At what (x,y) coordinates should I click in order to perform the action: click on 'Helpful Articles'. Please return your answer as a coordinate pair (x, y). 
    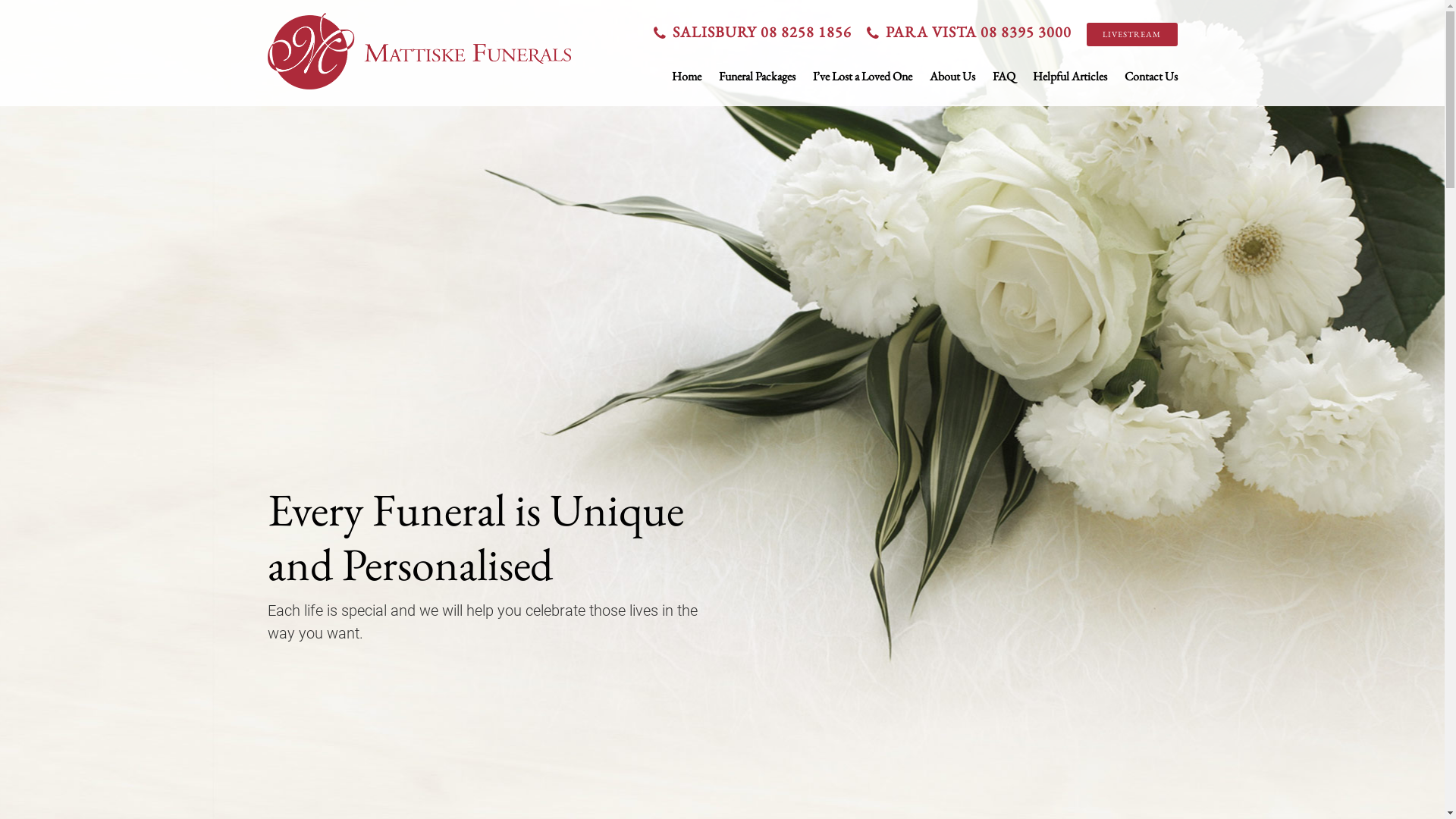
    Looking at the image, I should click on (1069, 76).